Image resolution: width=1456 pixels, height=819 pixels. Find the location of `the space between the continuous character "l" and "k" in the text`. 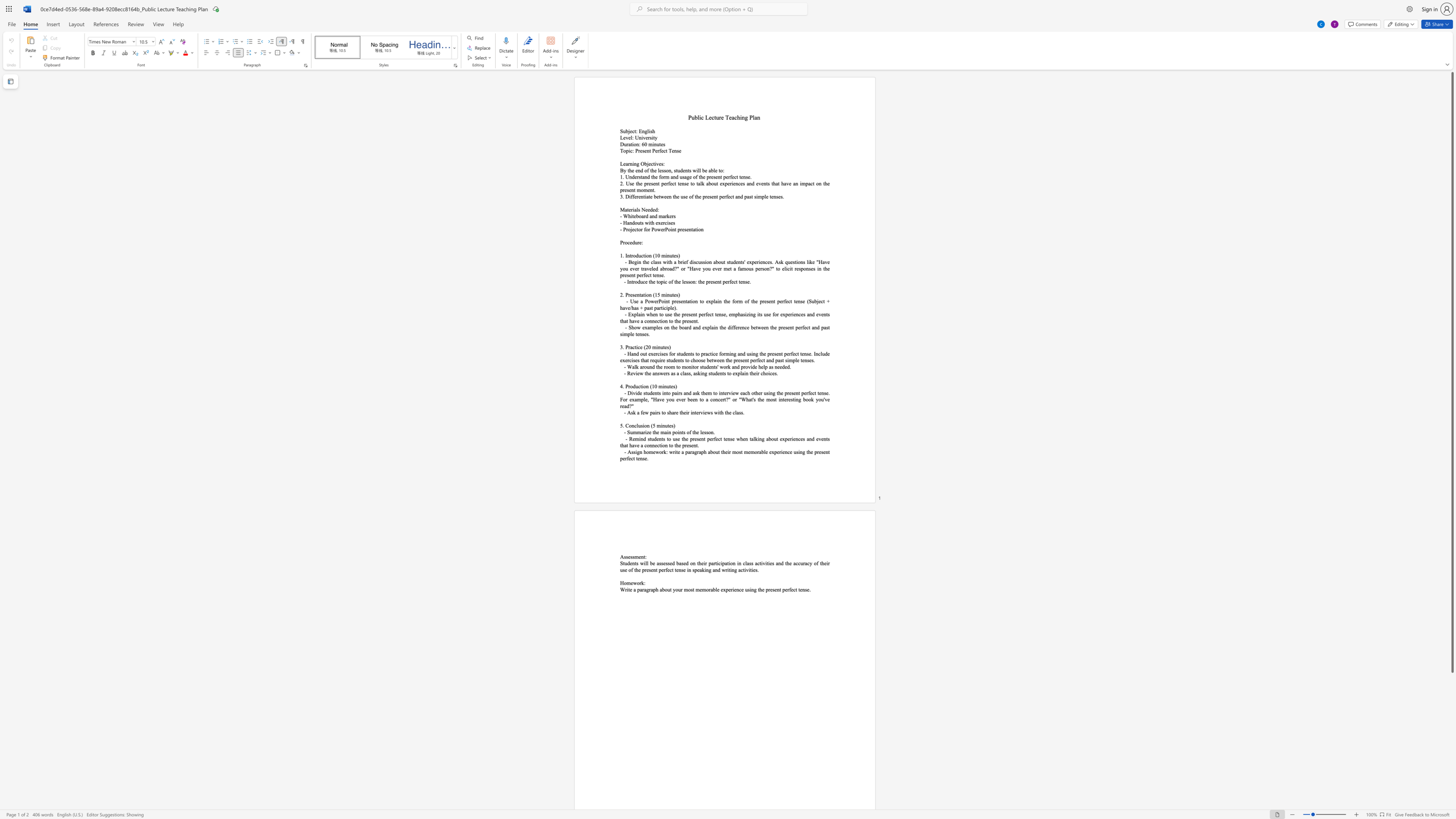

the space between the continuous character "l" and "k" in the text is located at coordinates (701, 183).